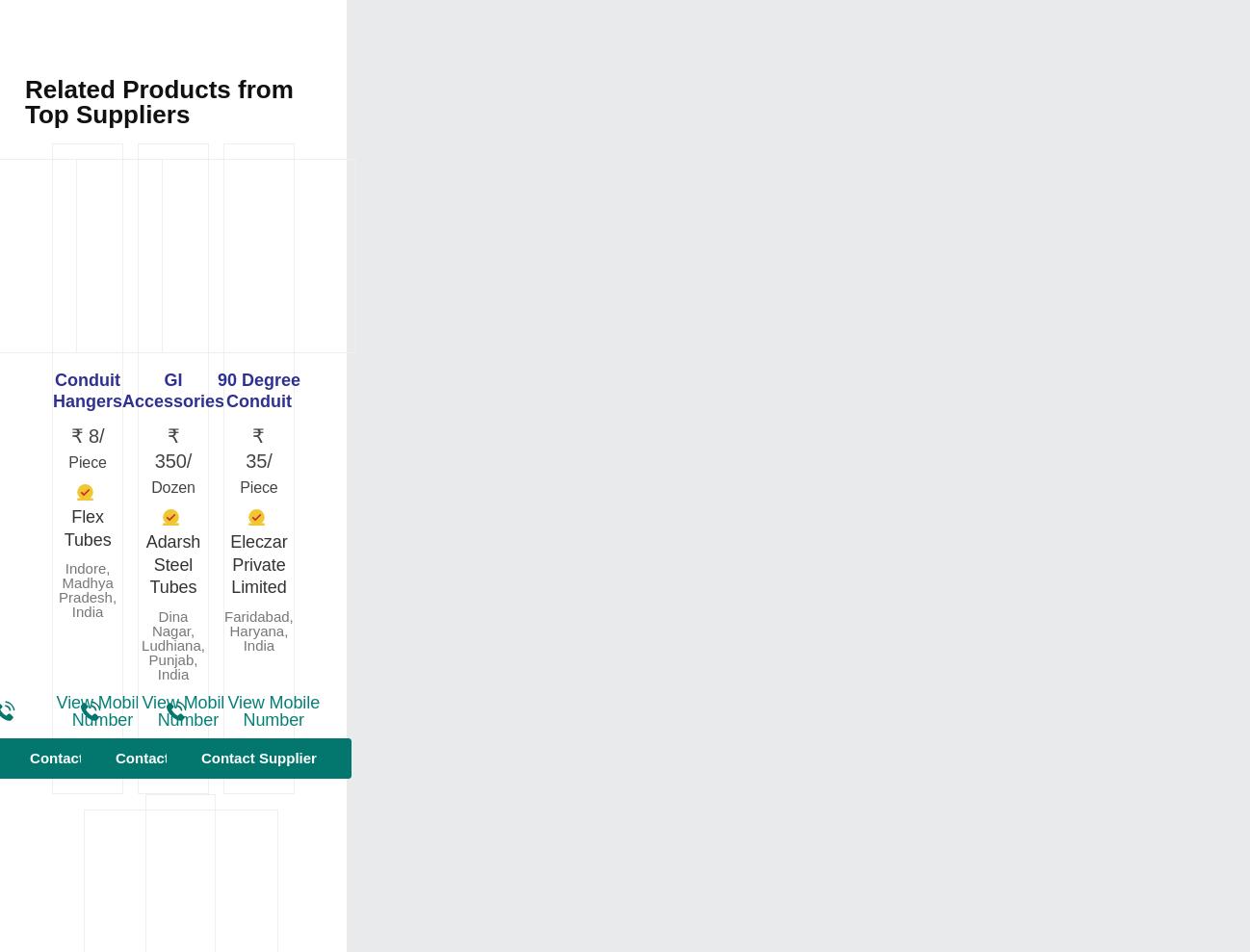  Describe the element at coordinates (157, 102) in the screenshot. I see `'Related Products from Top Suppliers'` at that location.